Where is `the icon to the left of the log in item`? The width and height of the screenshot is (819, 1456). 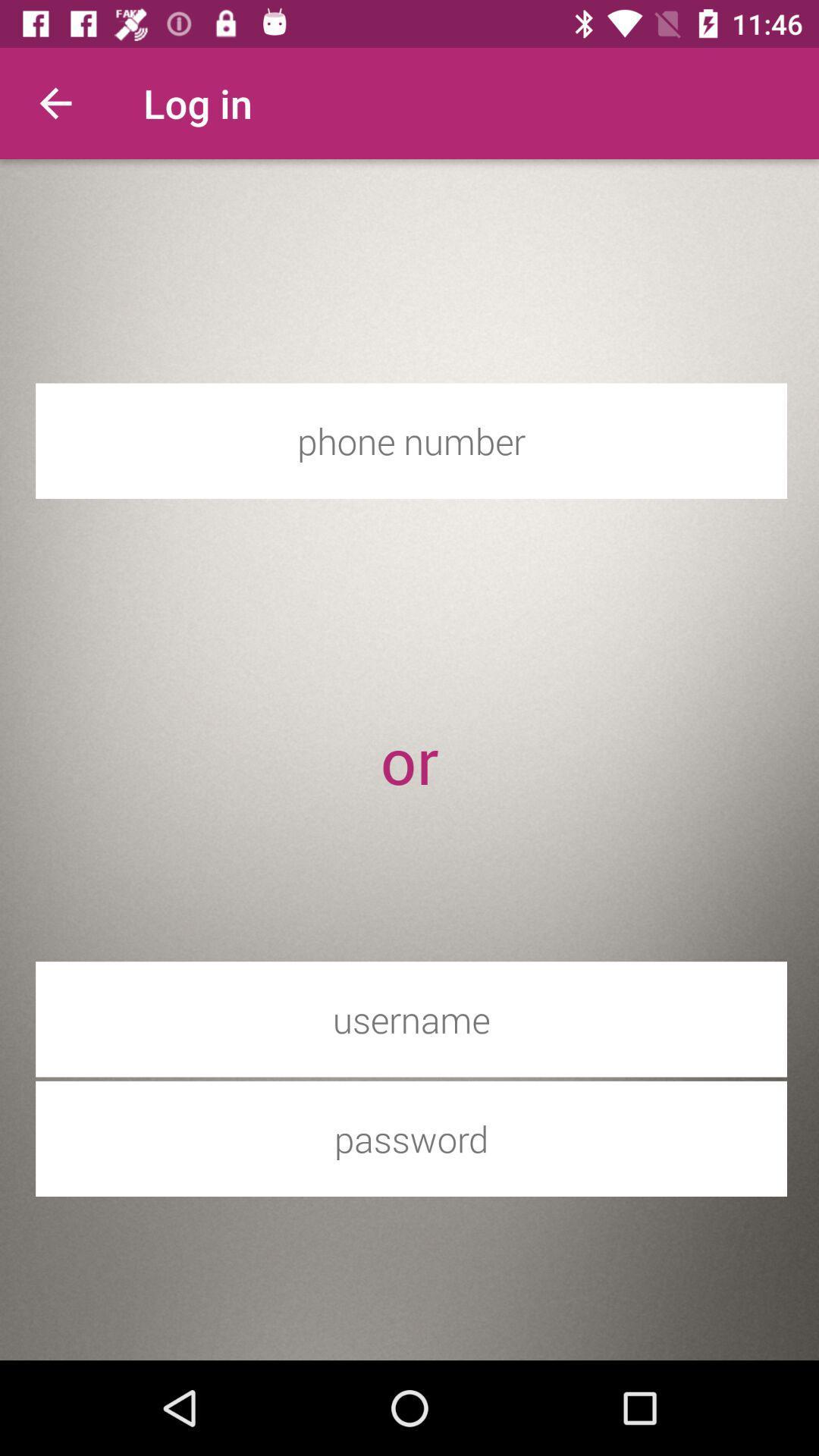
the icon to the left of the log in item is located at coordinates (55, 102).